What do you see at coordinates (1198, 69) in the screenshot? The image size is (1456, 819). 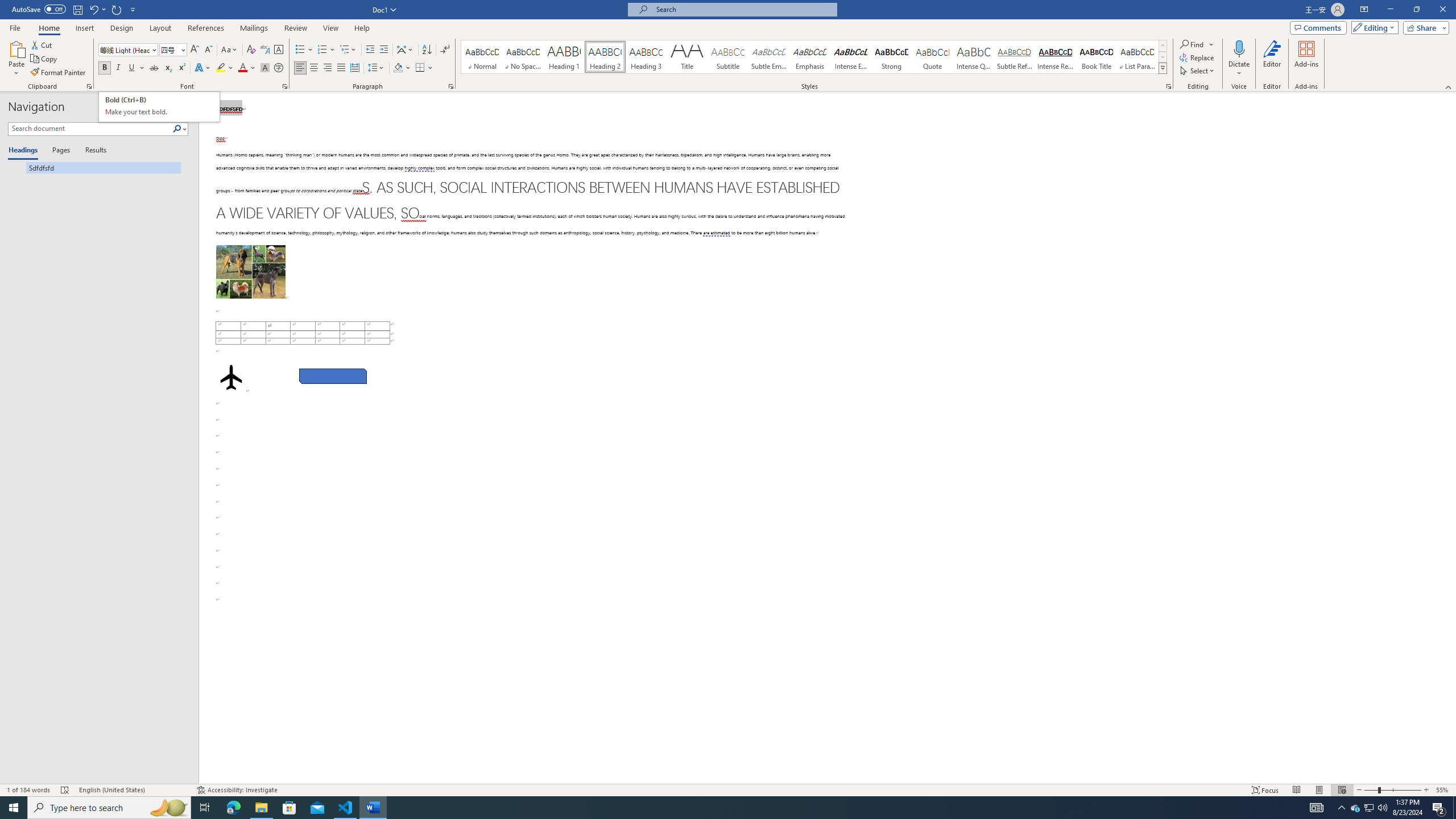 I see `'Select'` at bounding box center [1198, 69].